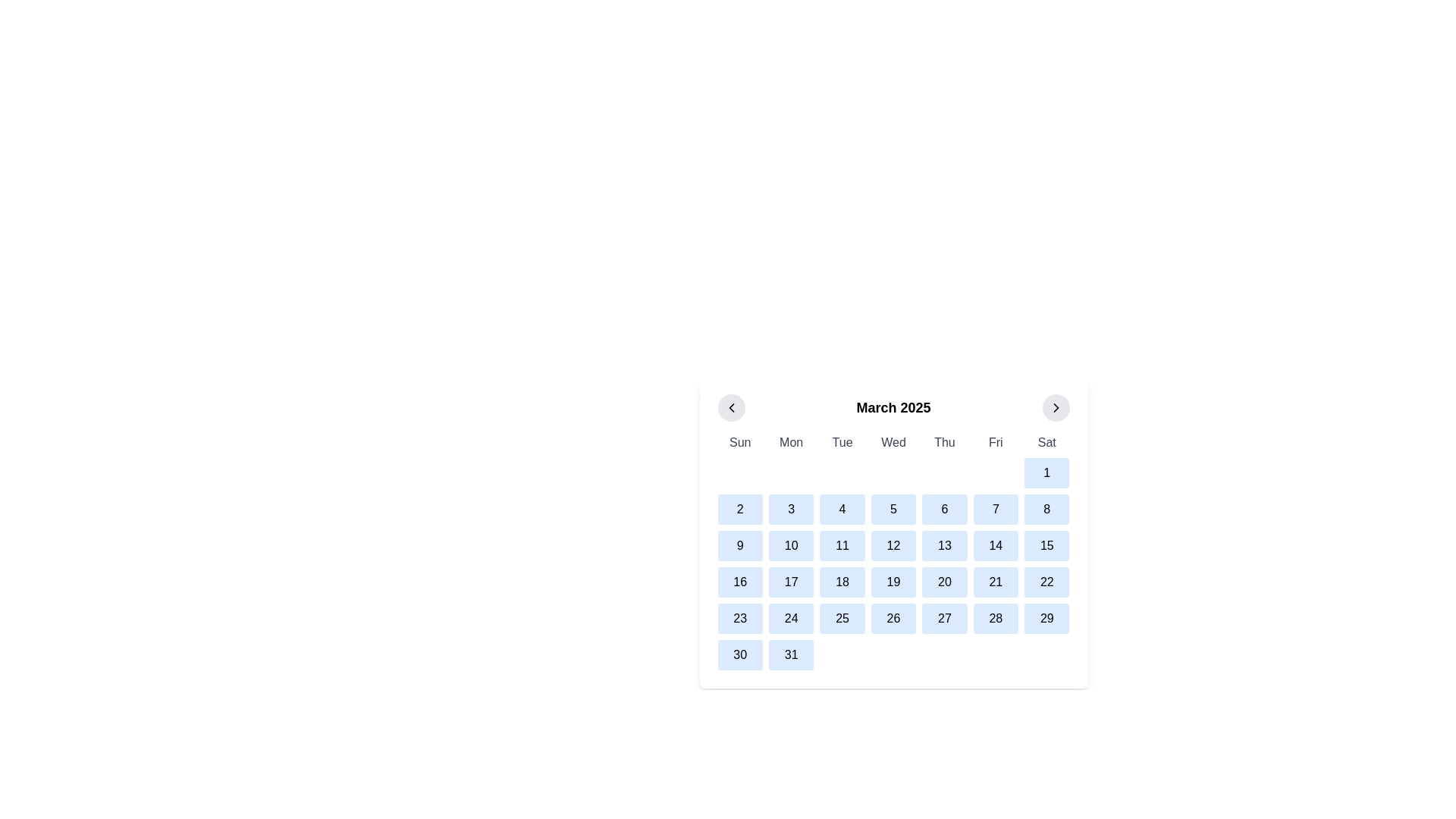 This screenshot has width=1456, height=819. I want to click on the rectangular blue button with rounded corners that displays the number '15' in bold text, located in the fourth row and seventh column of the calendar grid, so click(1046, 546).